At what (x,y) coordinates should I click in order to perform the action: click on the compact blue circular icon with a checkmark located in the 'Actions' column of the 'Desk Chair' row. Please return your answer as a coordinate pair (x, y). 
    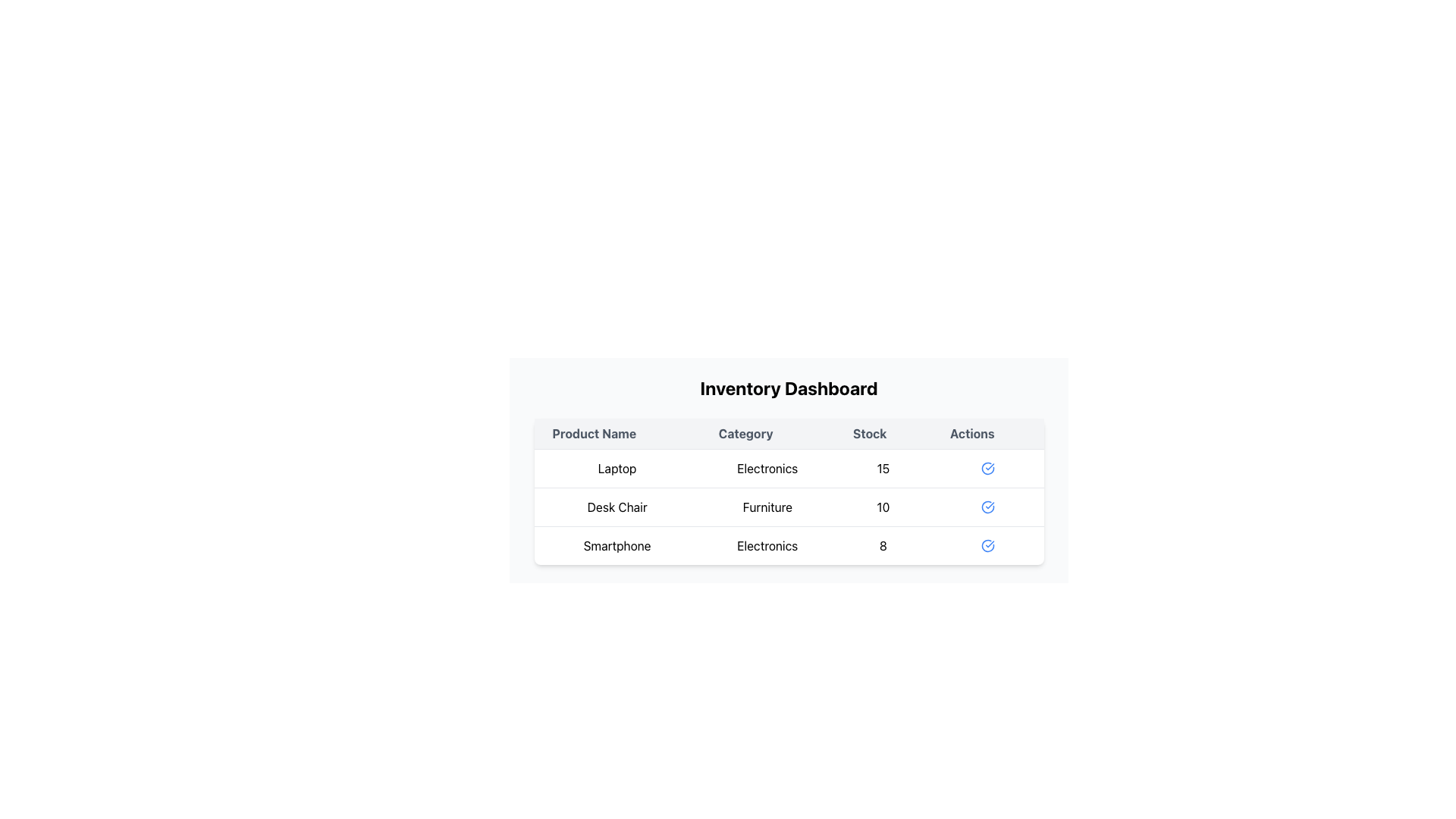
    Looking at the image, I should click on (987, 507).